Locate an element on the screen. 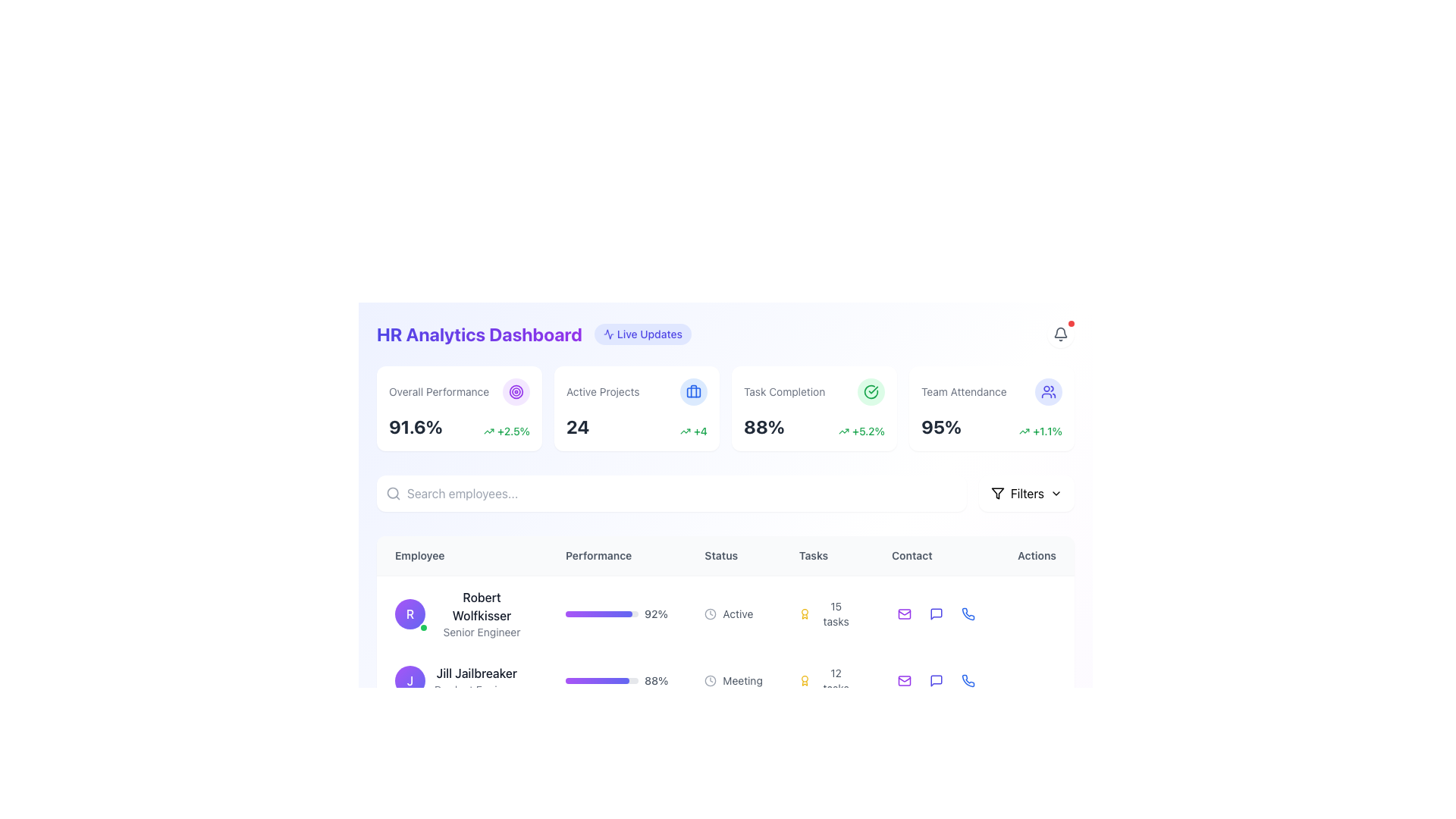 The width and height of the screenshot is (1456, 819). the text '15 tasks' with the yellow award icon located in the 'Tasks' column of the second row for employee 'Robert Wolfkisser' is located at coordinates (826, 613).